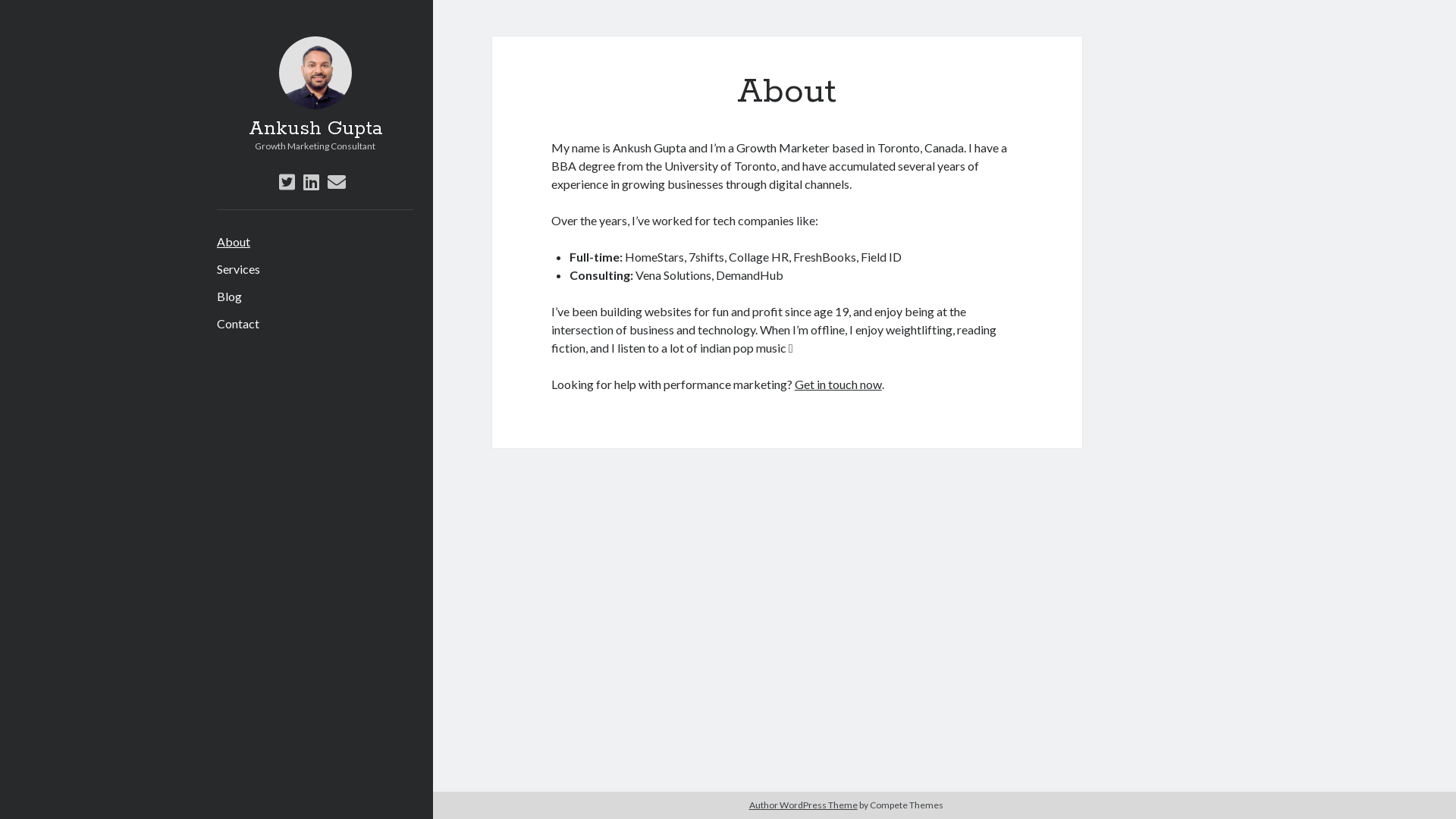 The image size is (1456, 819). What do you see at coordinates (248, 127) in the screenshot?
I see `'Ankush Gupta'` at bounding box center [248, 127].